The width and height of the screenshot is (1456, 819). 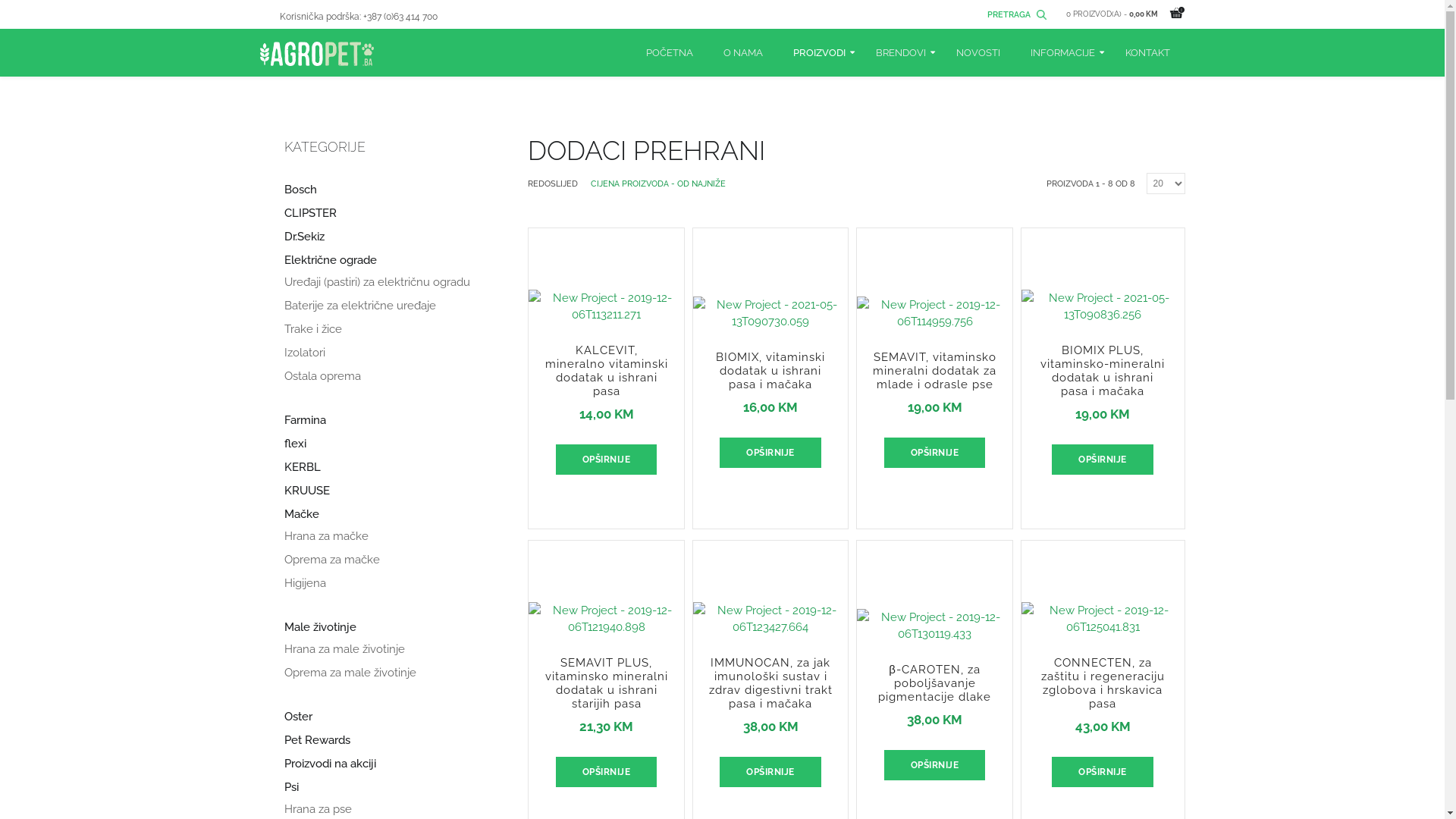 I want to click on 'CLIPSTER', so click(x=284, y=213).